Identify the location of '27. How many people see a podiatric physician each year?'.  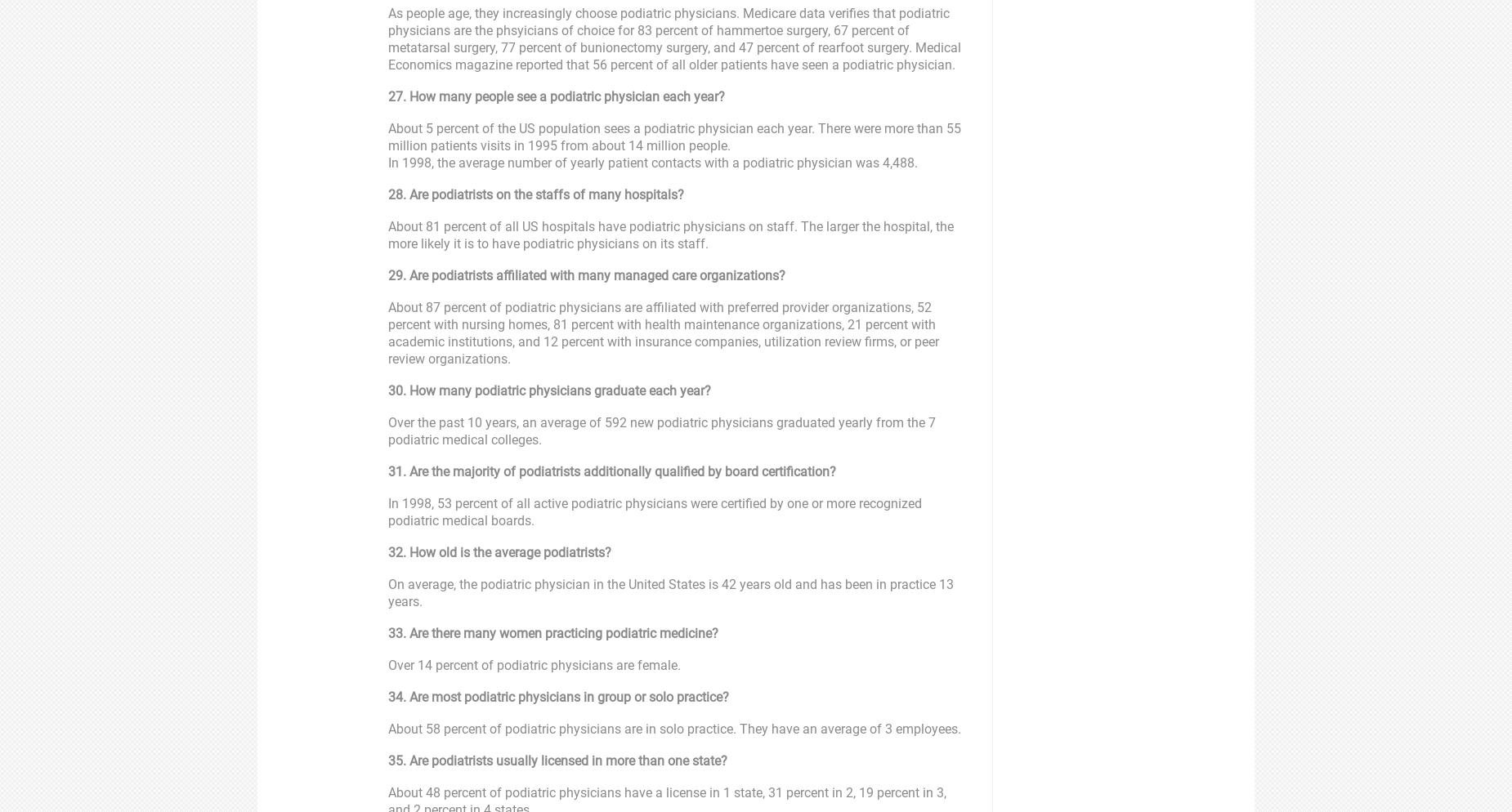
(556, 96).